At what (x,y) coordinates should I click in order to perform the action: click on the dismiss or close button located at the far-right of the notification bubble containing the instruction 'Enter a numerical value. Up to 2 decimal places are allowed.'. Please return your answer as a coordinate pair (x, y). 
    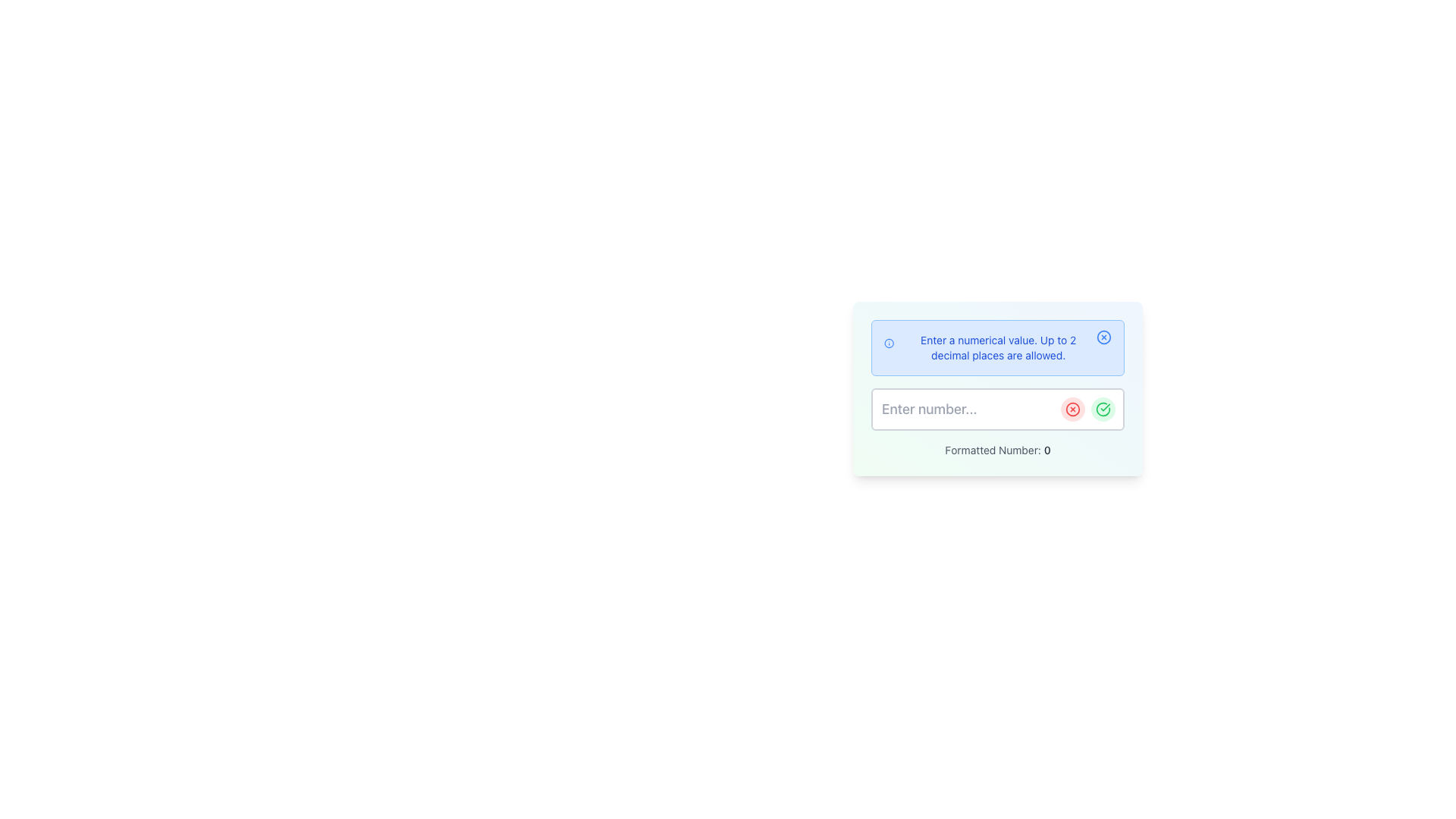
    Looking at the image, I should click on (1103, 336).